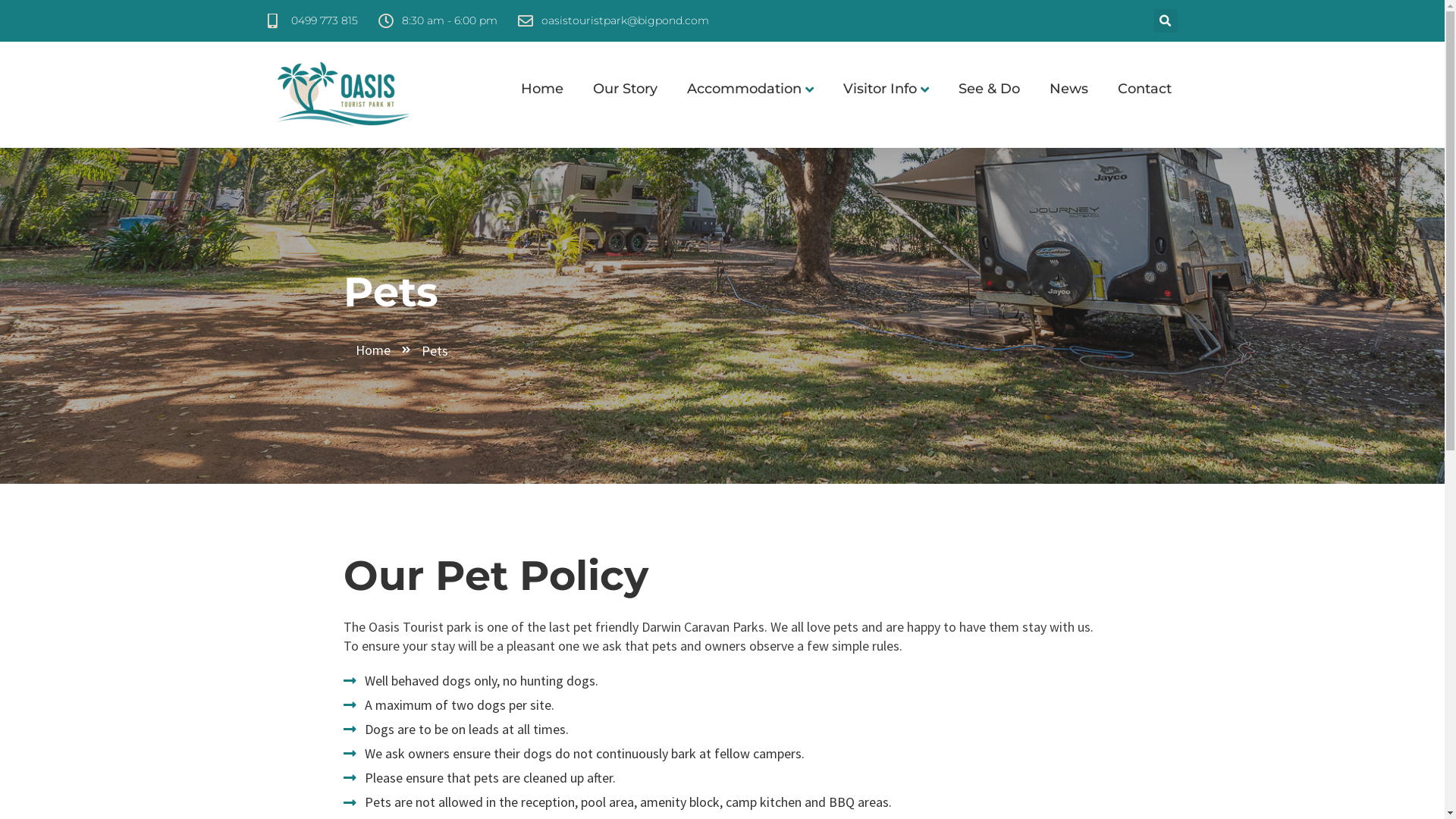  Describe the element at coordinates (1136, 89) in the screenshot. I see `'Contact'` at that location.